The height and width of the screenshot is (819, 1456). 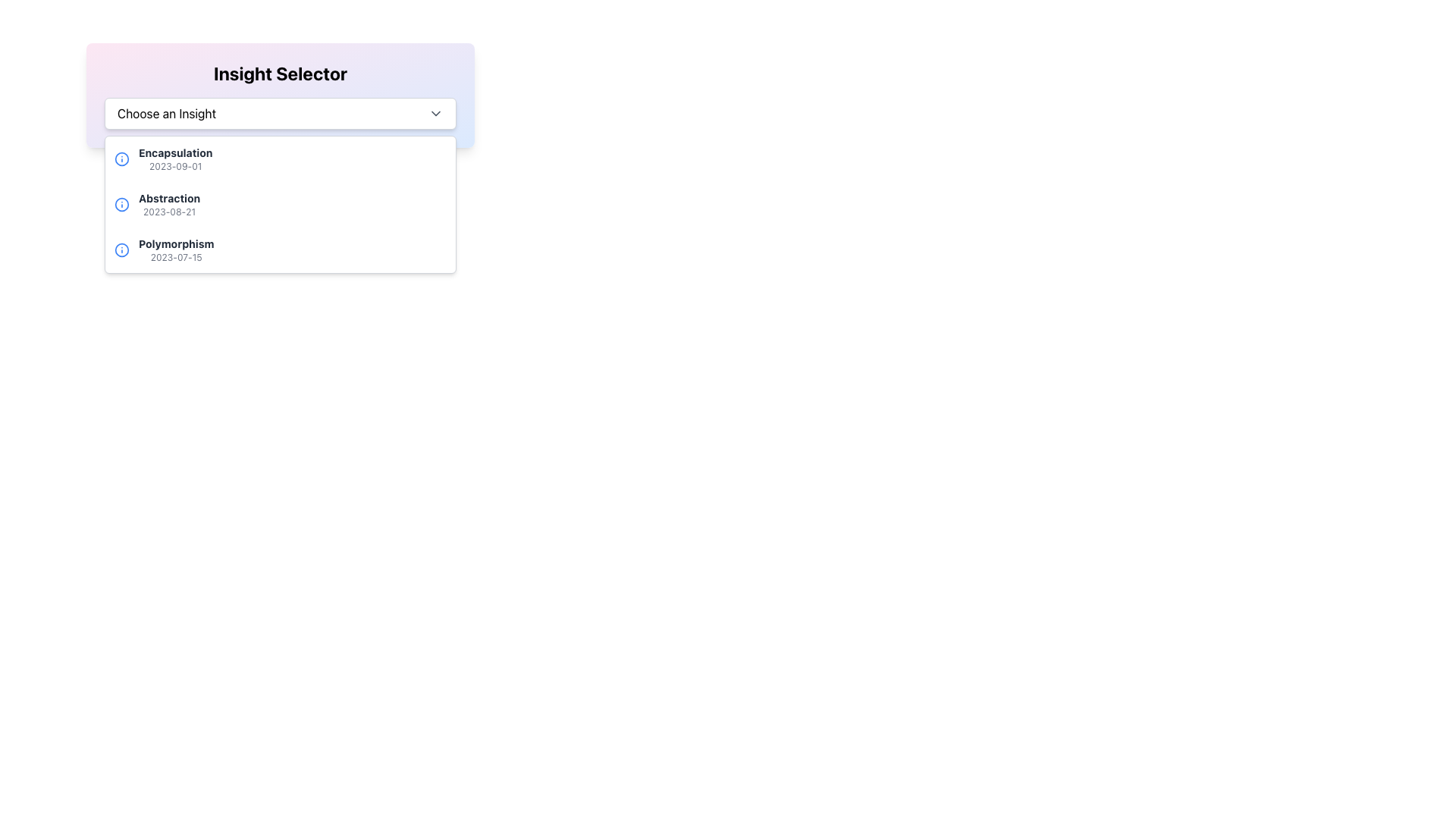 What do you see at coordinates (122, 158) in the screenshot?
I see `the blue circular icon with an exclamation mark inside that is positioned next to the text 'Encapsulation' in the 'Insight Selector' list` at bounding box center [122, 158].